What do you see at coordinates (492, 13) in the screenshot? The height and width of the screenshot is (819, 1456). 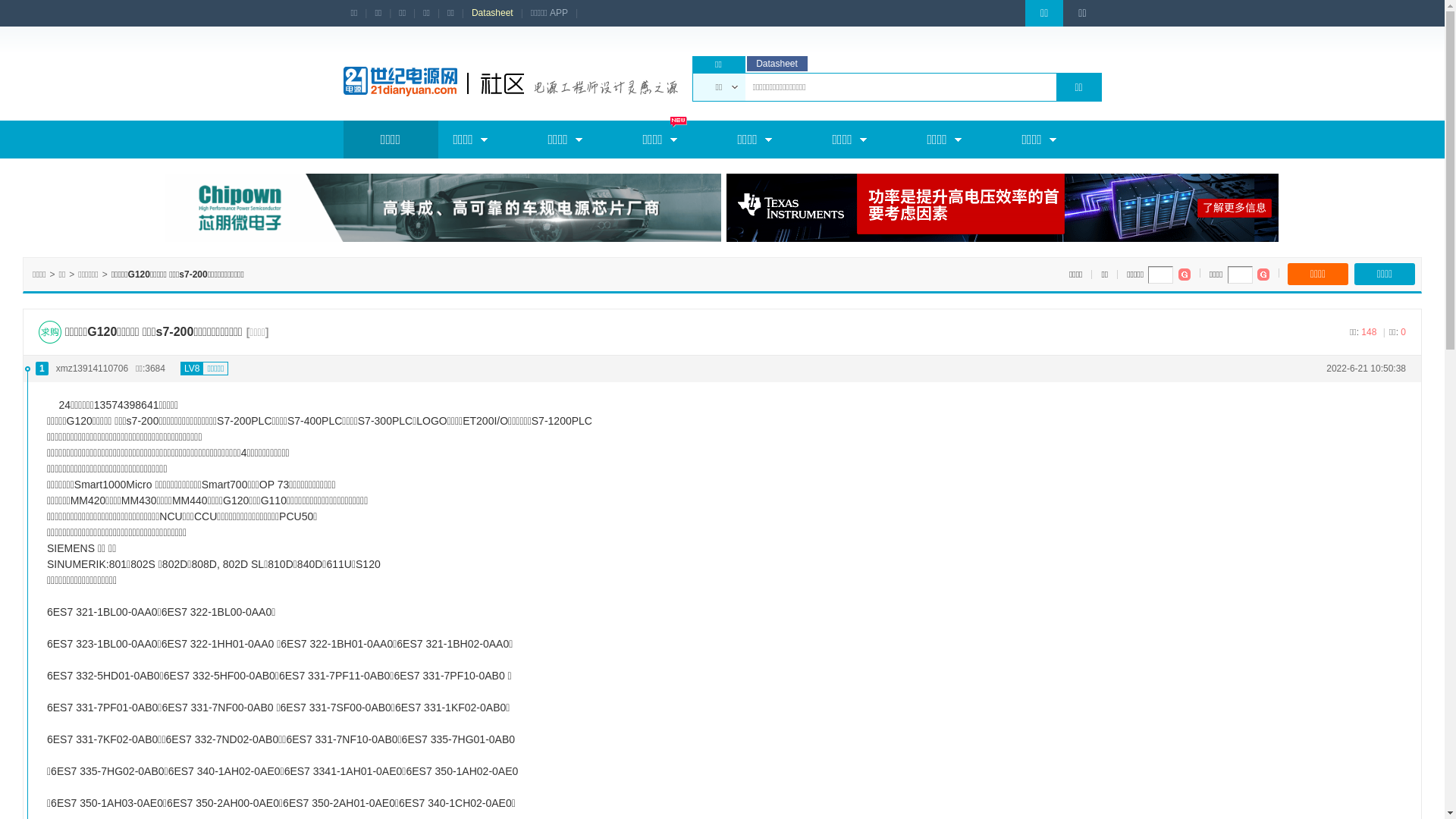 I see `'Datasheet'` at bounding box center [492, 13].